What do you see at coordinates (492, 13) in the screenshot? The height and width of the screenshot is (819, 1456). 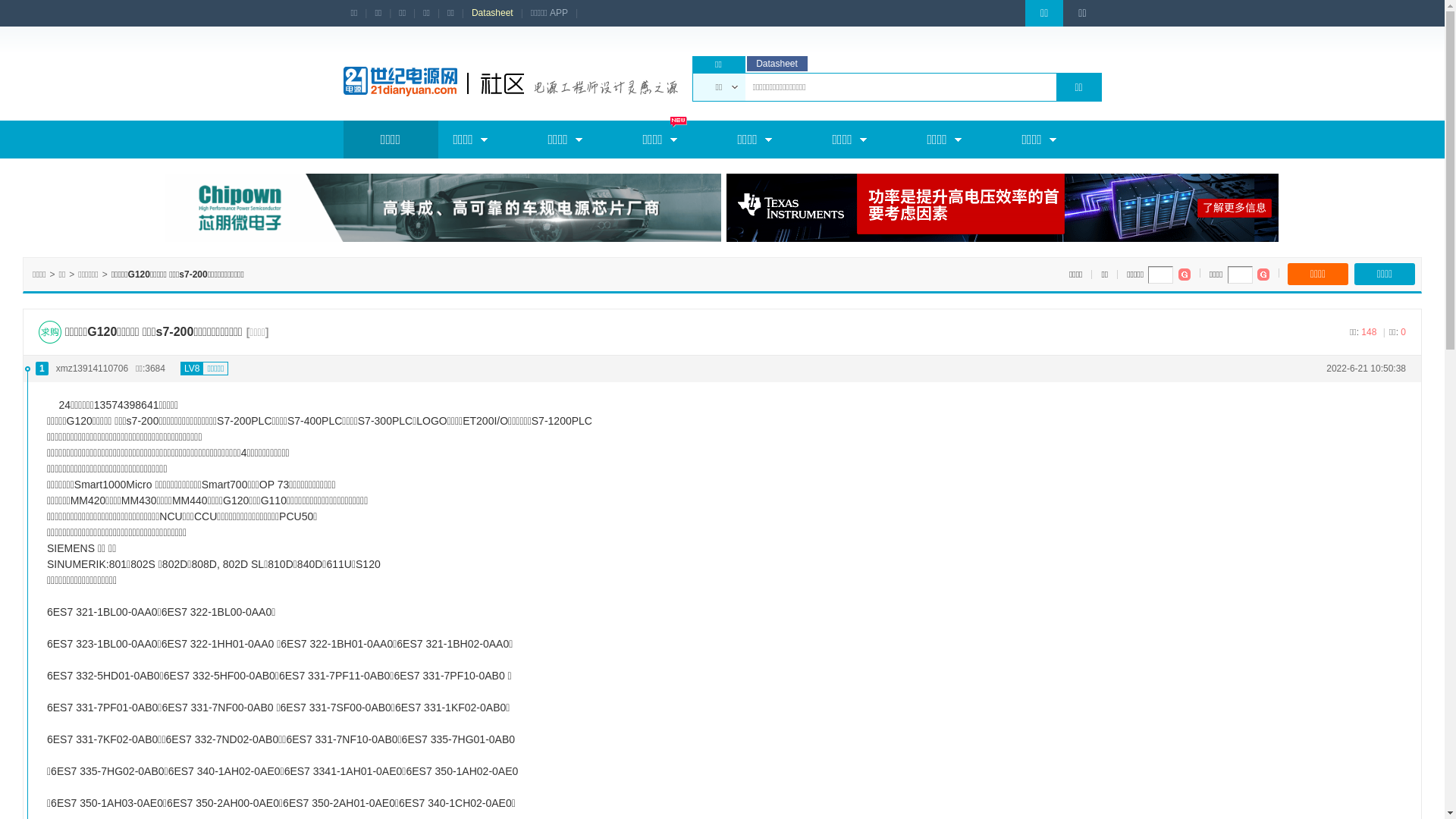 I see `'Datasheet'` at bounding box center [492, 13].